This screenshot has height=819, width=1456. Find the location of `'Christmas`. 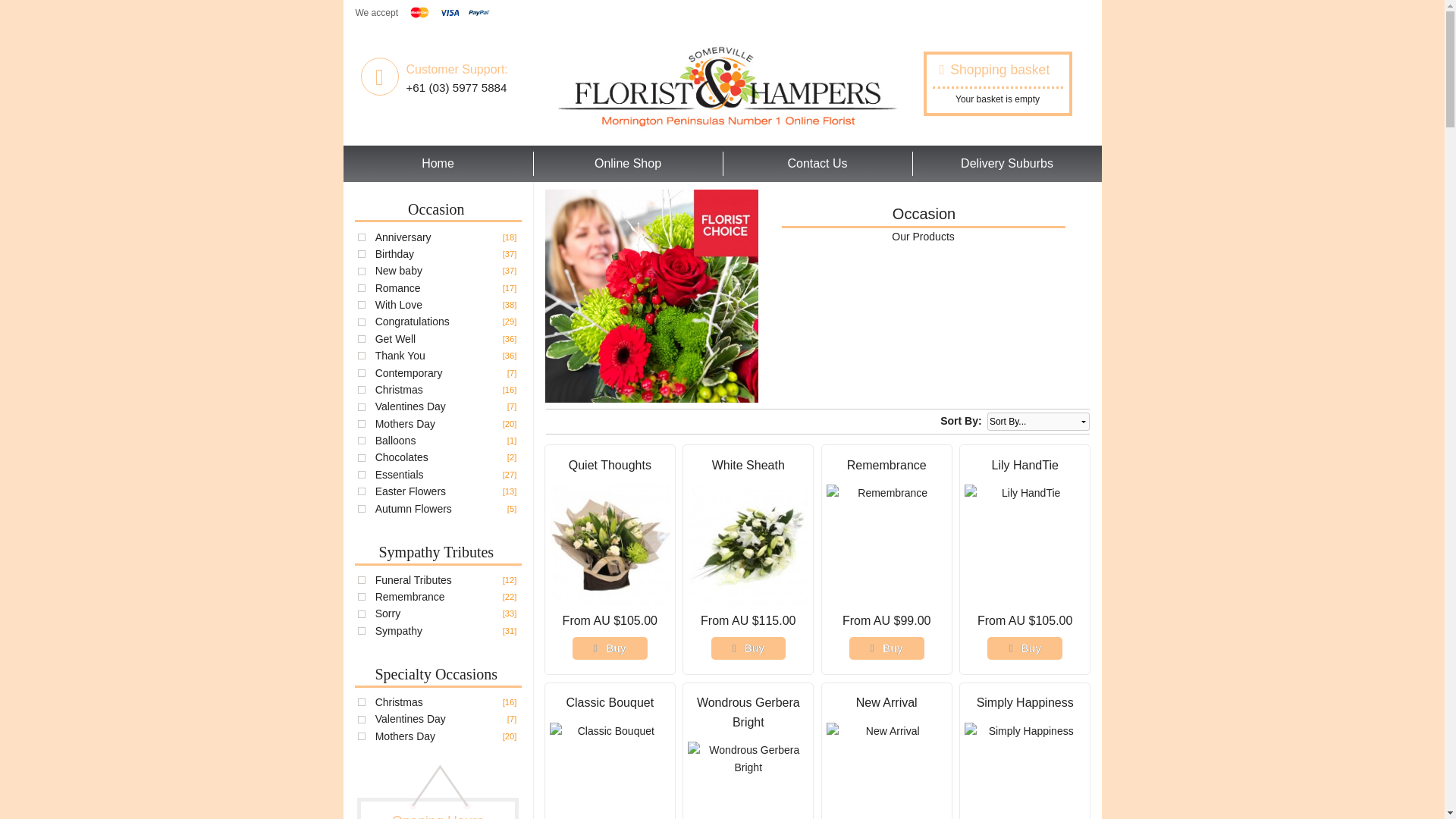

'Christmas is located at coordinates (399, 388).